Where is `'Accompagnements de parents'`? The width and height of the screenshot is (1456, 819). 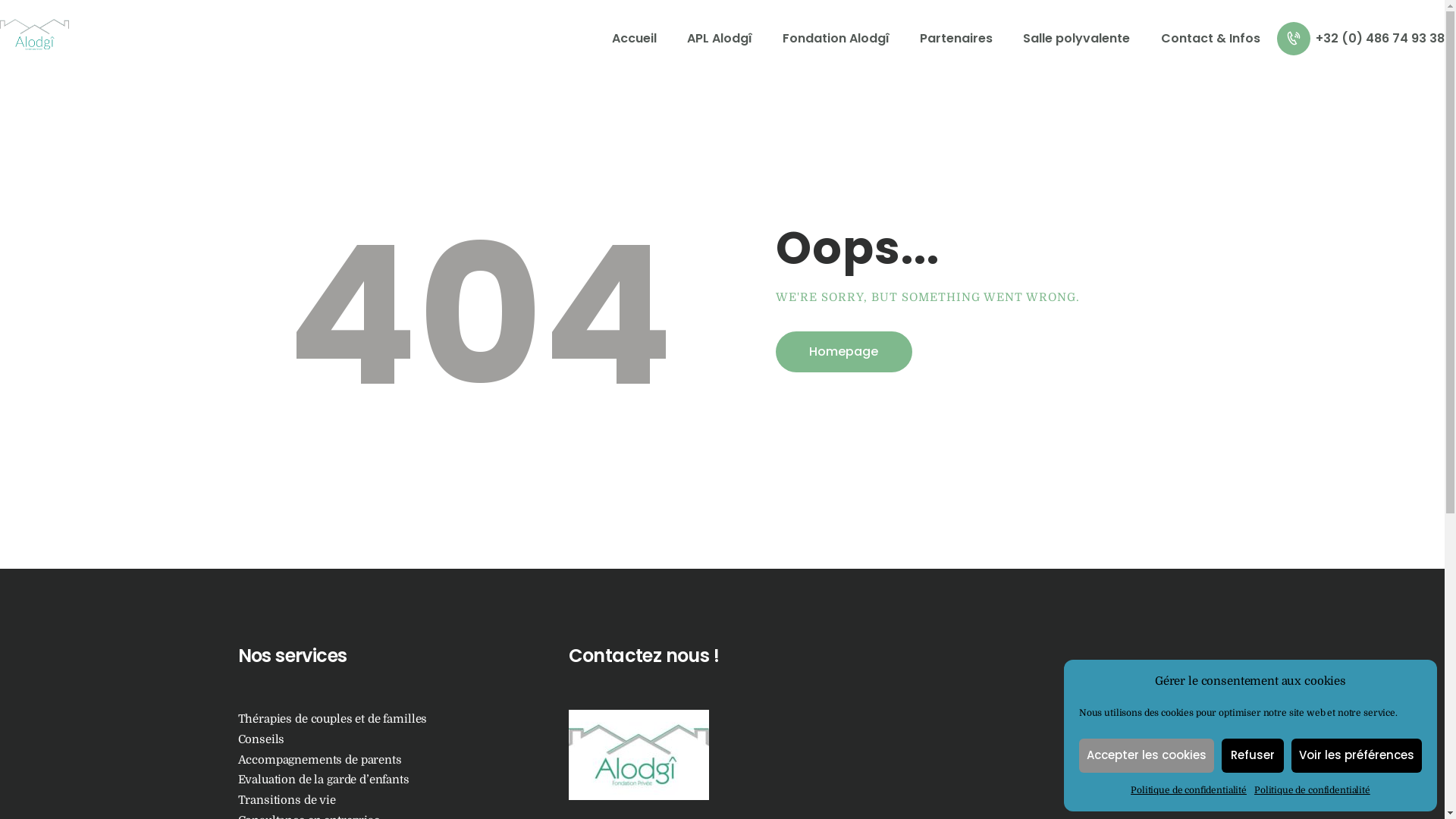
'Accompagnements de parents' is located at coordinates (237, 760).